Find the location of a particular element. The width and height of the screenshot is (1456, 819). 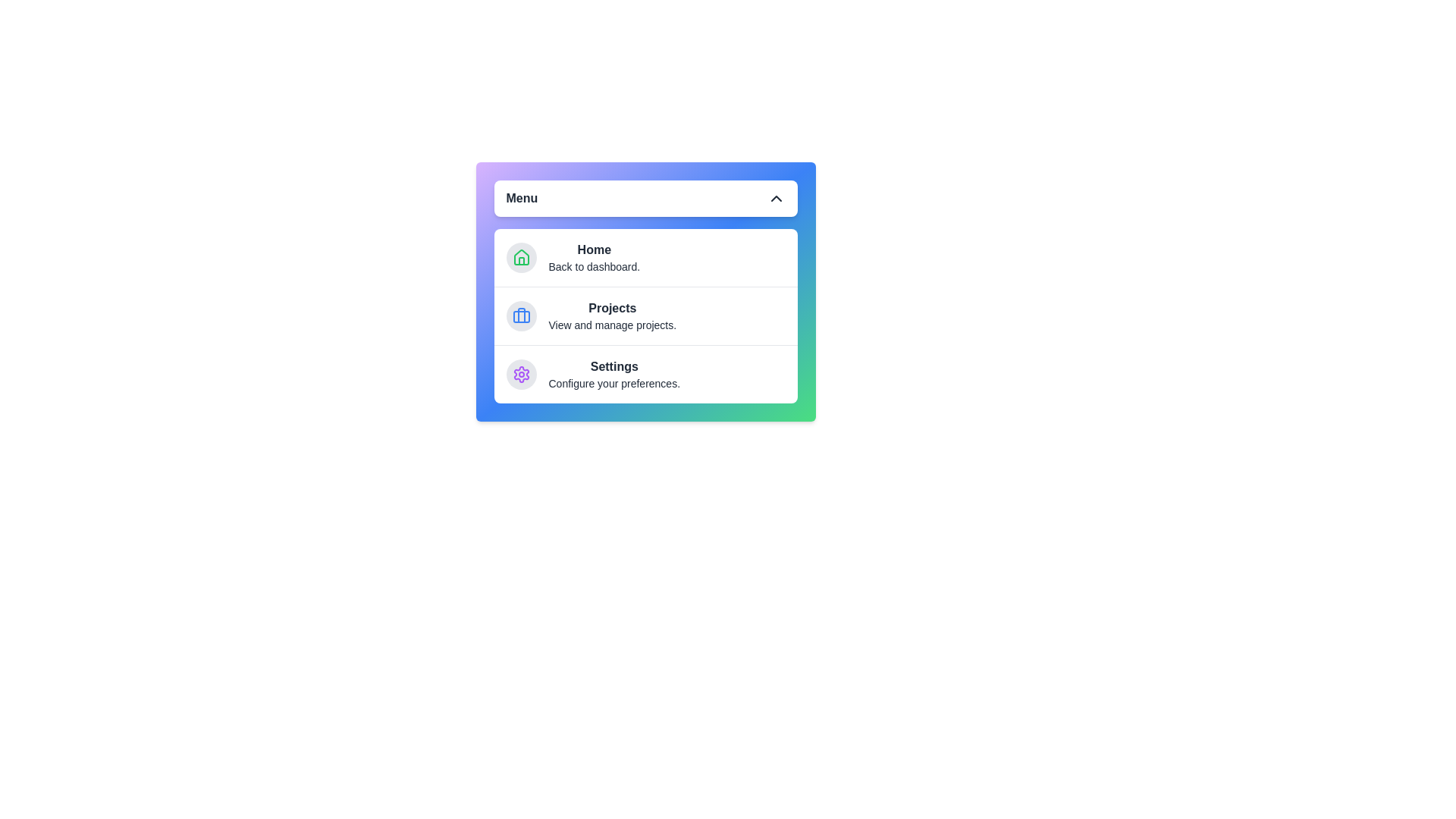

the menu item Home to see its hover effect is located at coordinates (645, 256).